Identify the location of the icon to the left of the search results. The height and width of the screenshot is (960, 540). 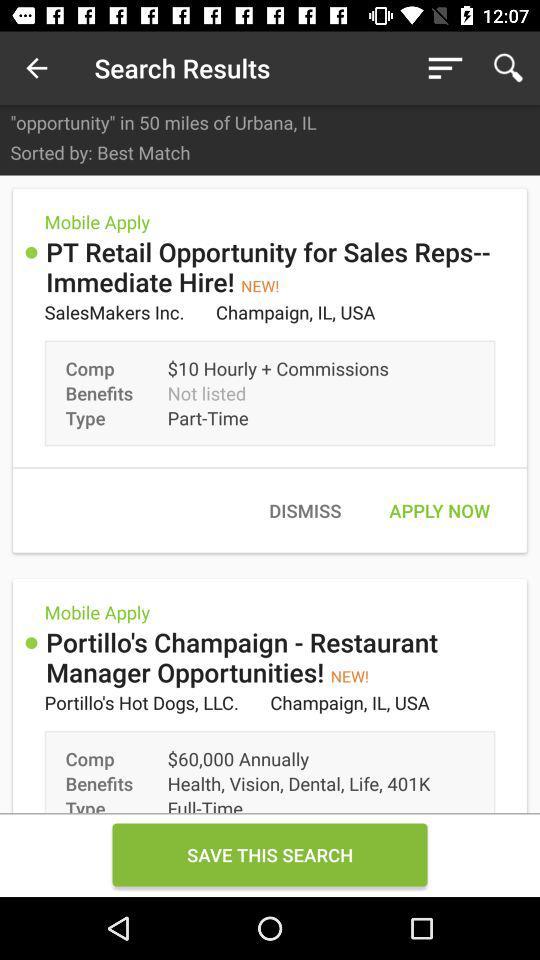
(36, 68).